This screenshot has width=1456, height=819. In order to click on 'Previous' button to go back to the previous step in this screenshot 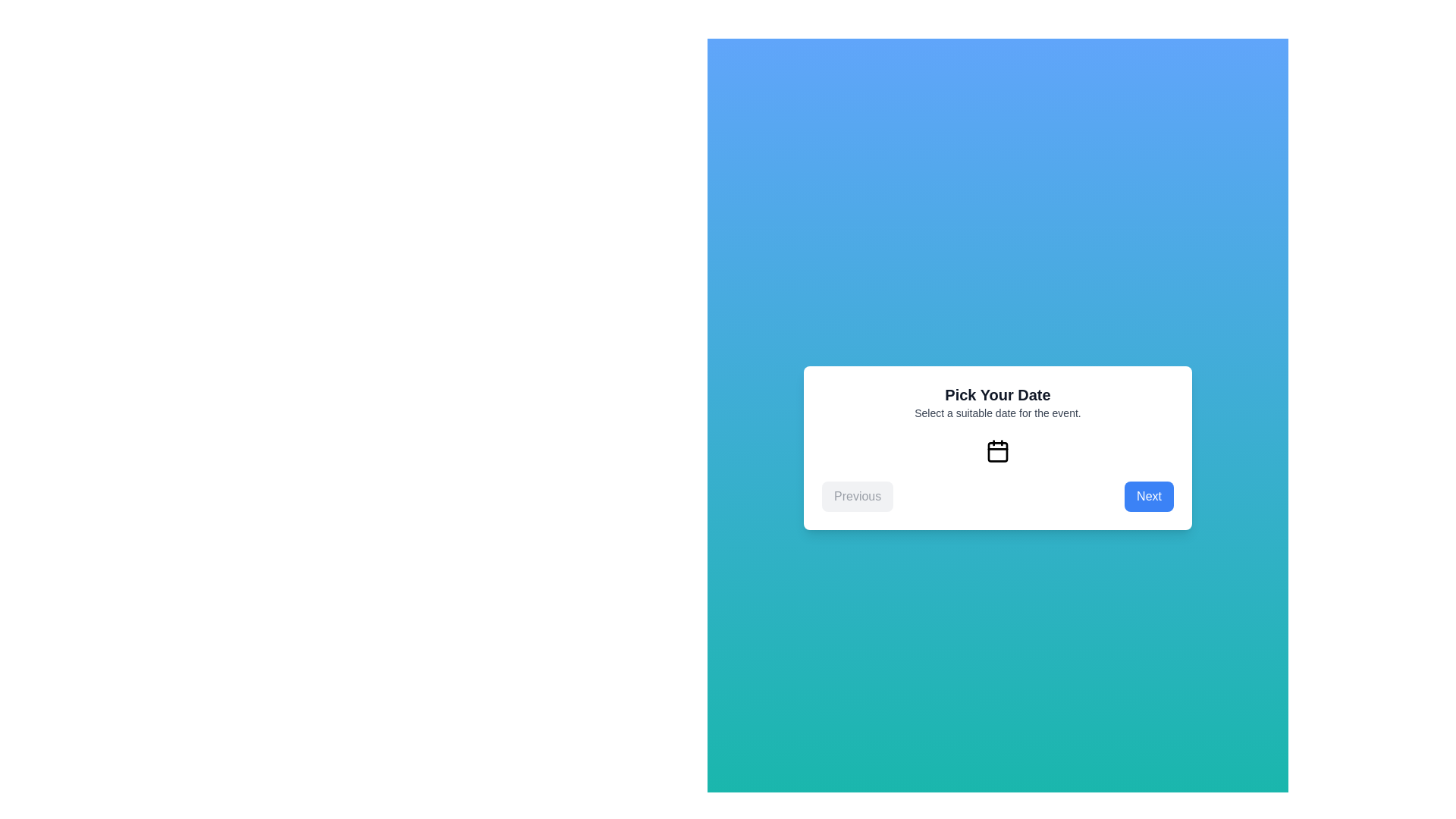, I will do `click(858, 497)`.